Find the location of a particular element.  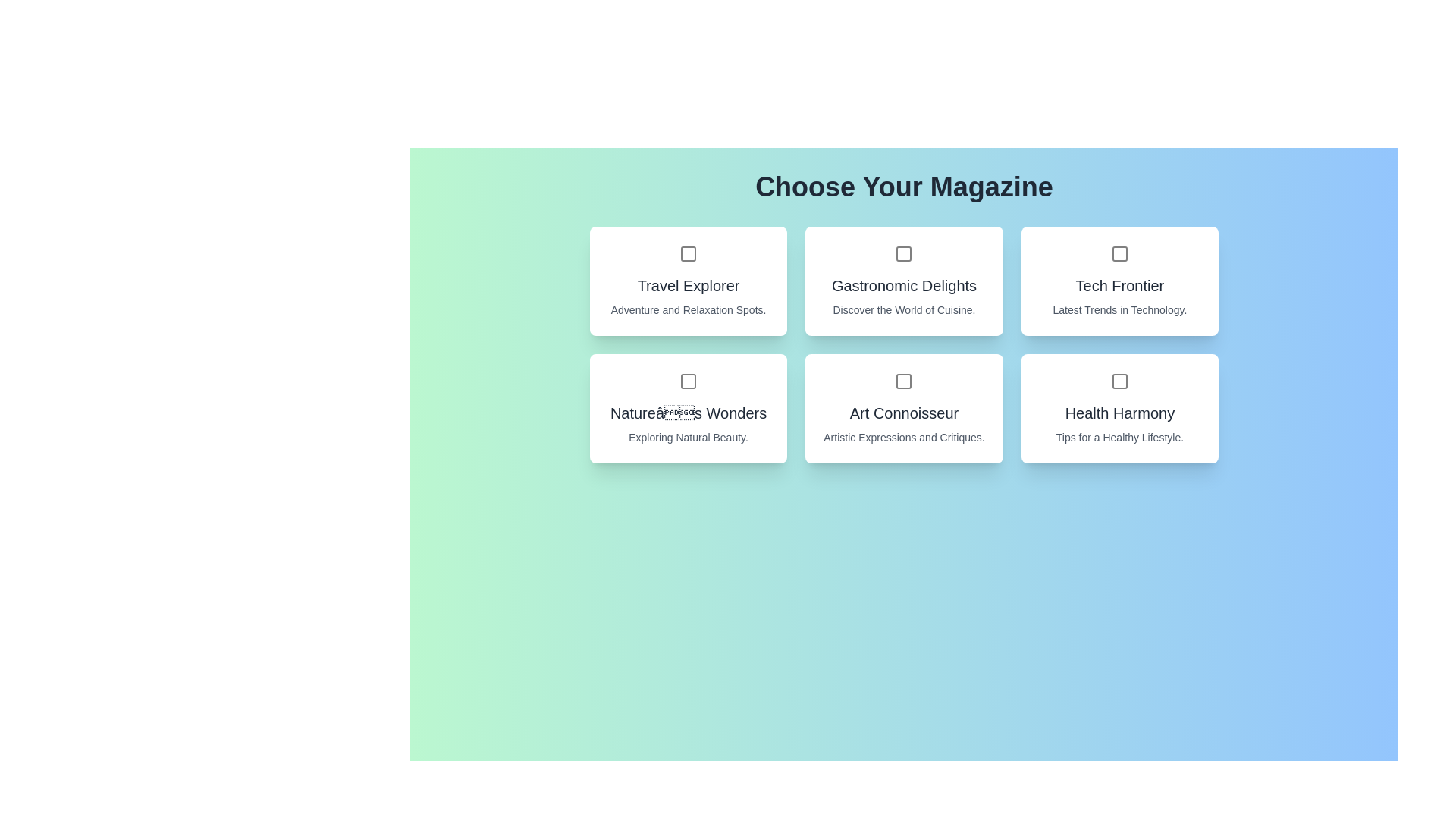

the magazine card for Tech Frontier is located at coordinates (1119, 281).